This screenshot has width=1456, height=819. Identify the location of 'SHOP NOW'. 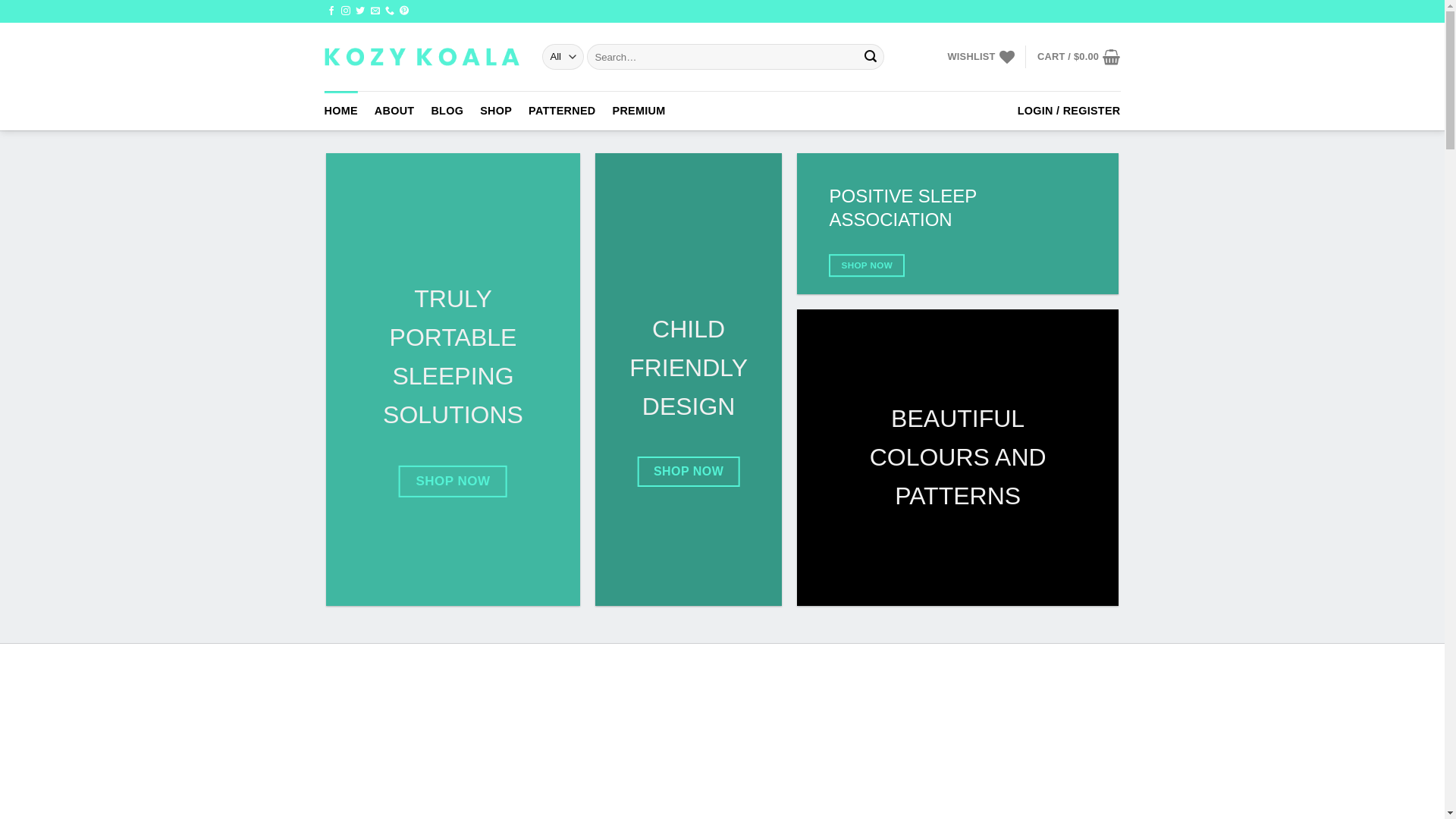
(866, 265).